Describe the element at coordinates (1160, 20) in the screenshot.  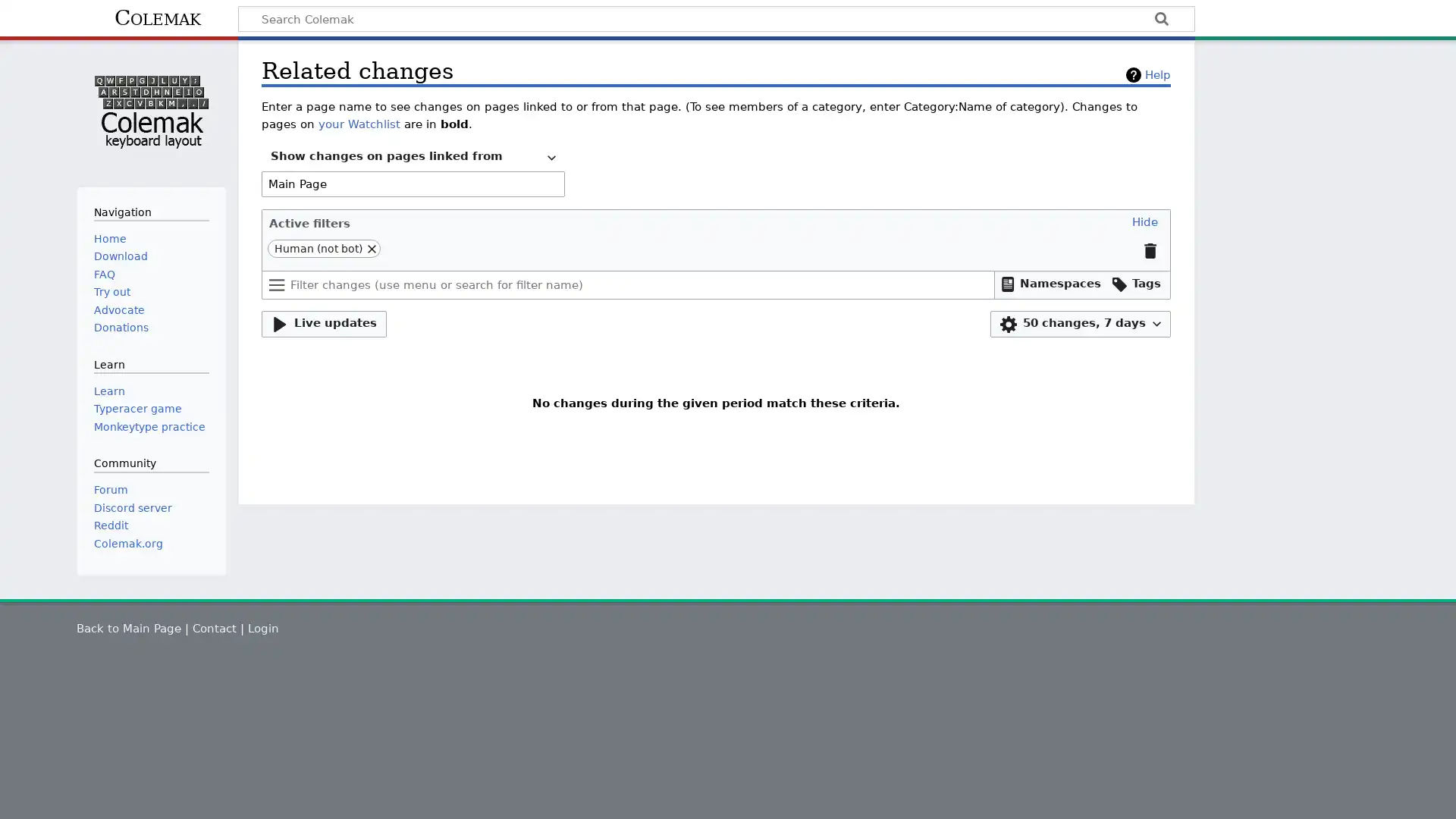
I see `Search` at that location.